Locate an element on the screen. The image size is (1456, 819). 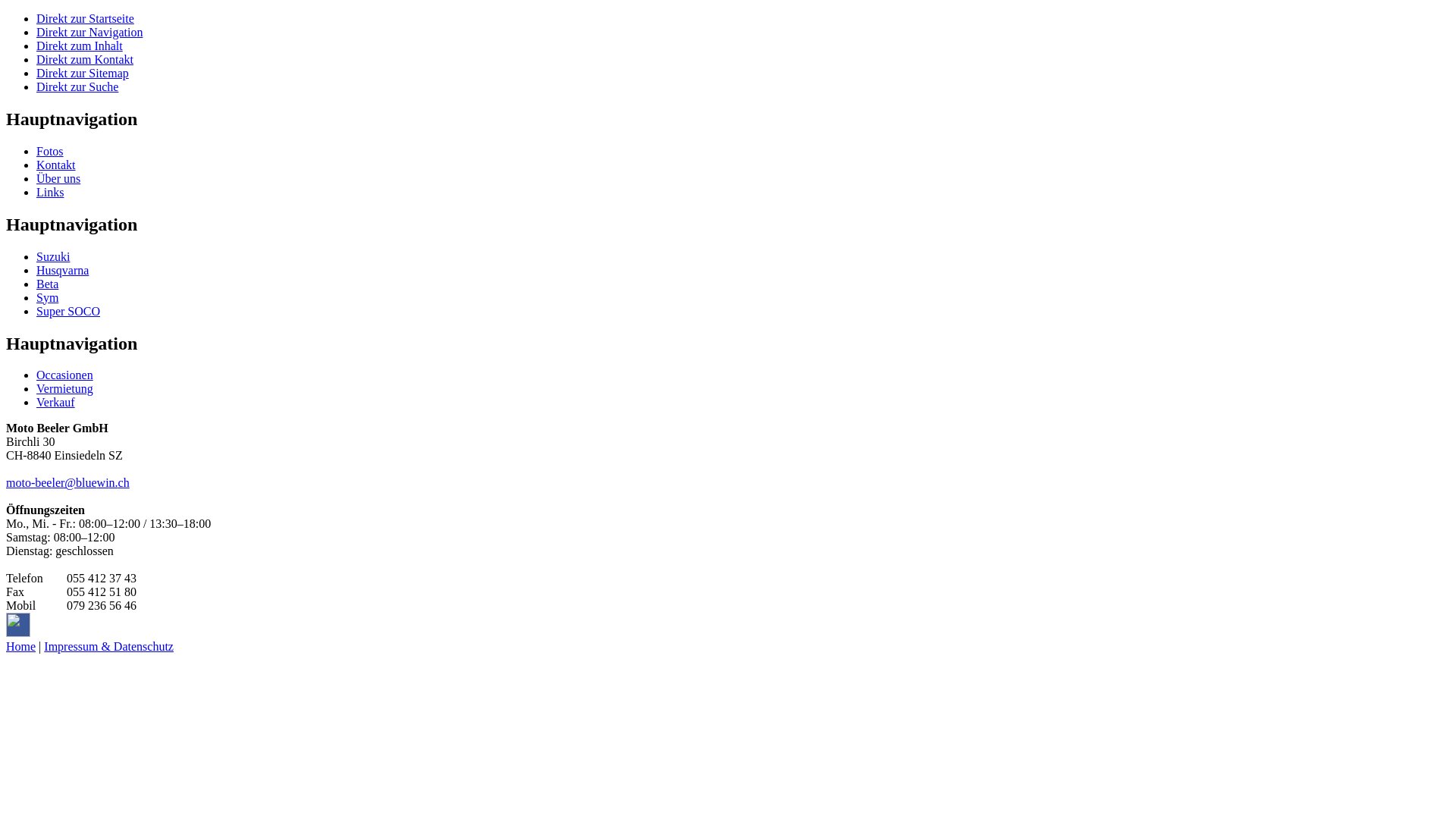
'Direkt zum Inhalt' is located at coordinates (79, 45).